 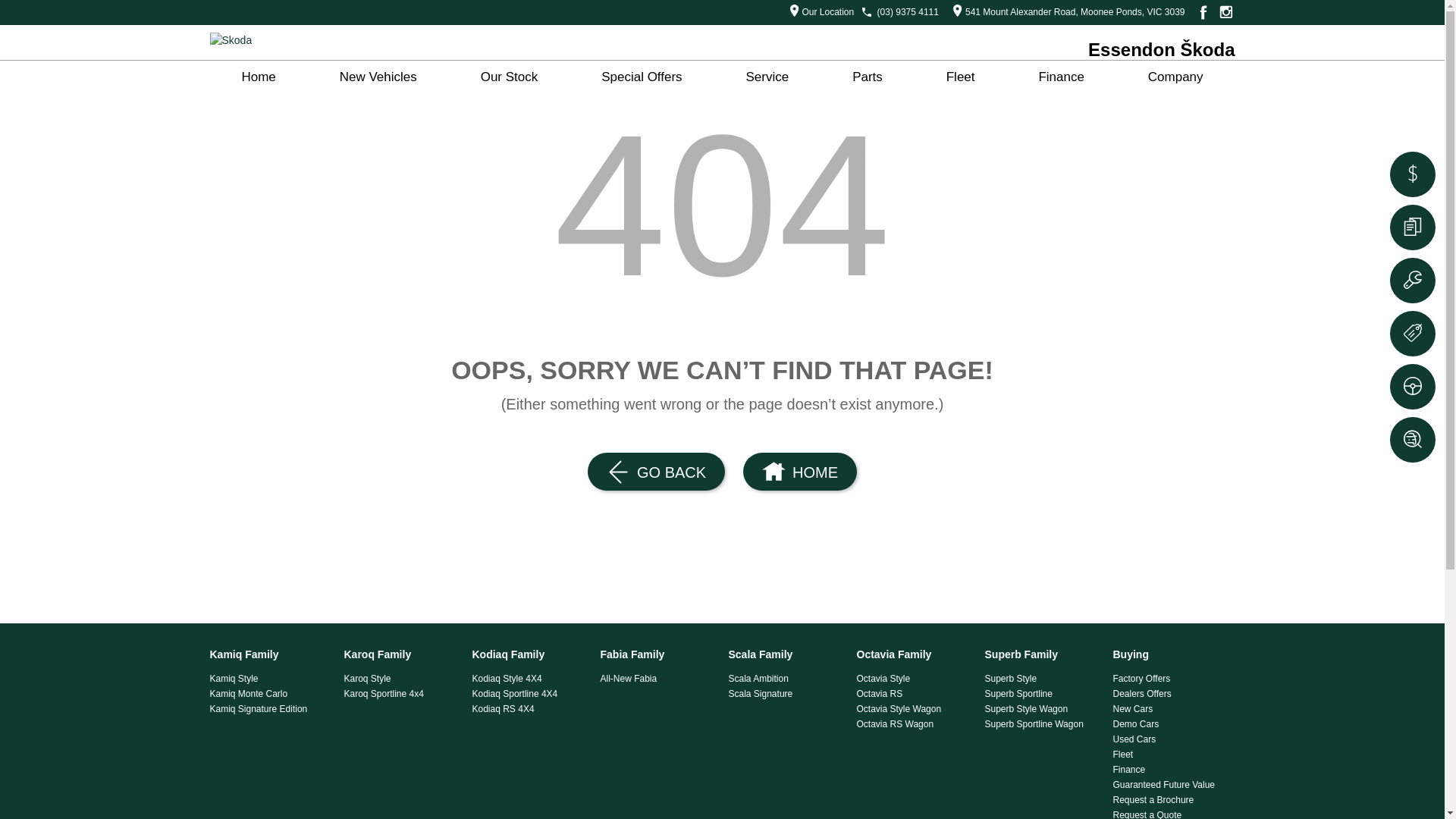 I want to click on 'Instagram', so click(x=1216, y=11).